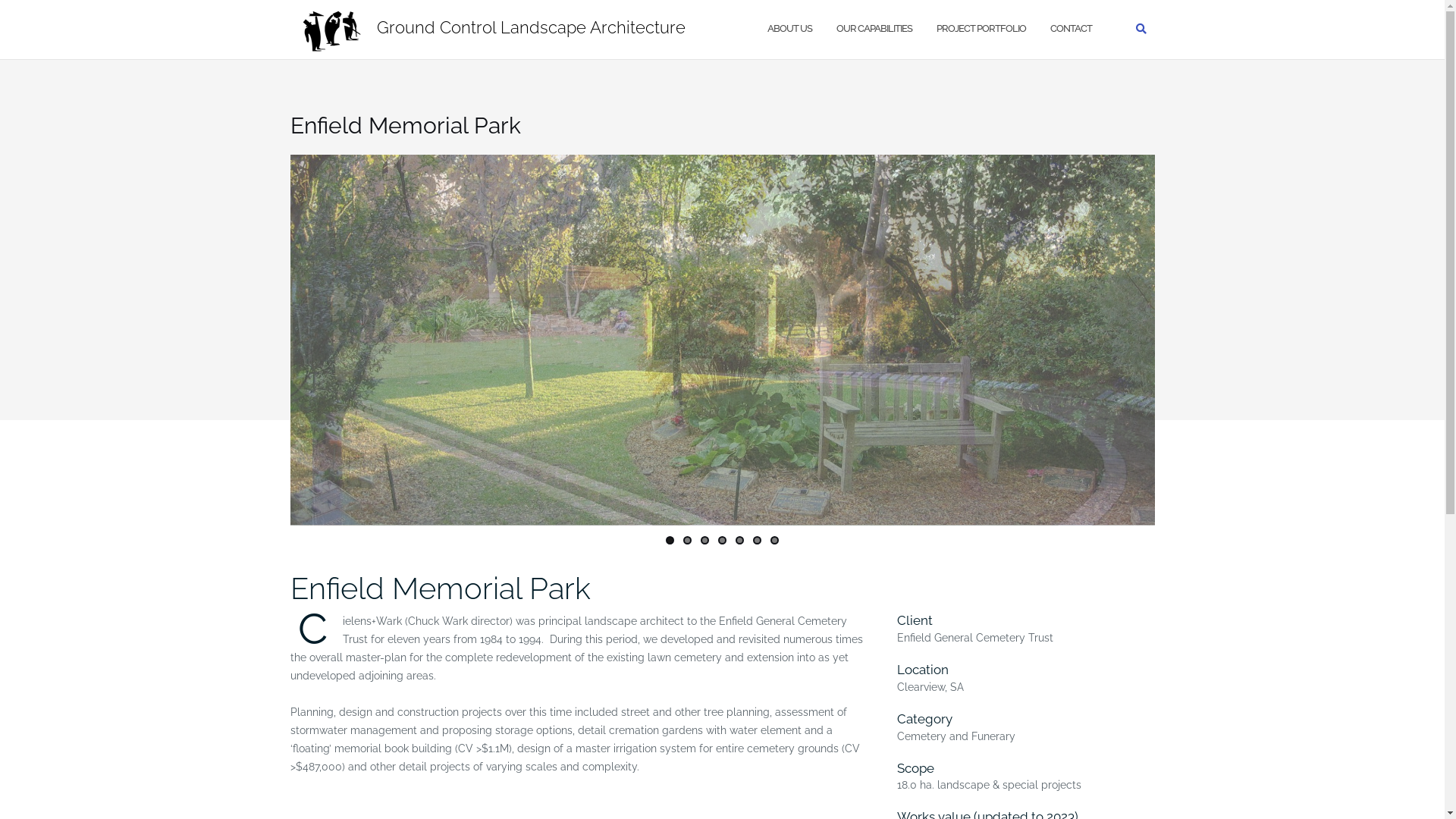 The height and width of the screenshot is (819, 1456). What do you see at coordinates (789, 29) in the screenshot?
I see `'ABOUT US'` at bounding box center [789, 29].